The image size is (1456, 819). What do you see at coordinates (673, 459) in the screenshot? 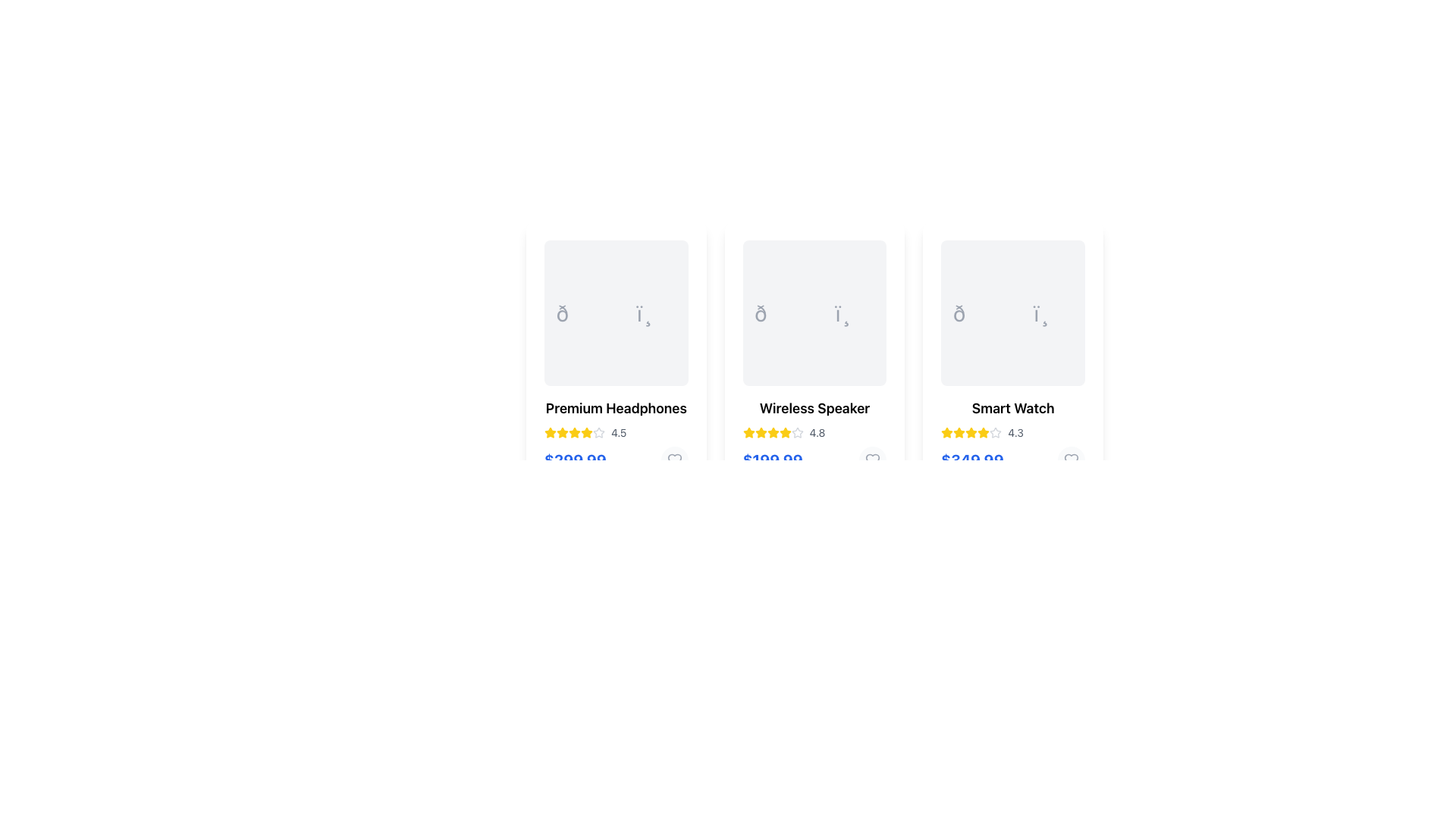
I see `the heart-shaped icon button in the bottom right region of the 'Premium Headphones' card` at bounding box center [673, 459].